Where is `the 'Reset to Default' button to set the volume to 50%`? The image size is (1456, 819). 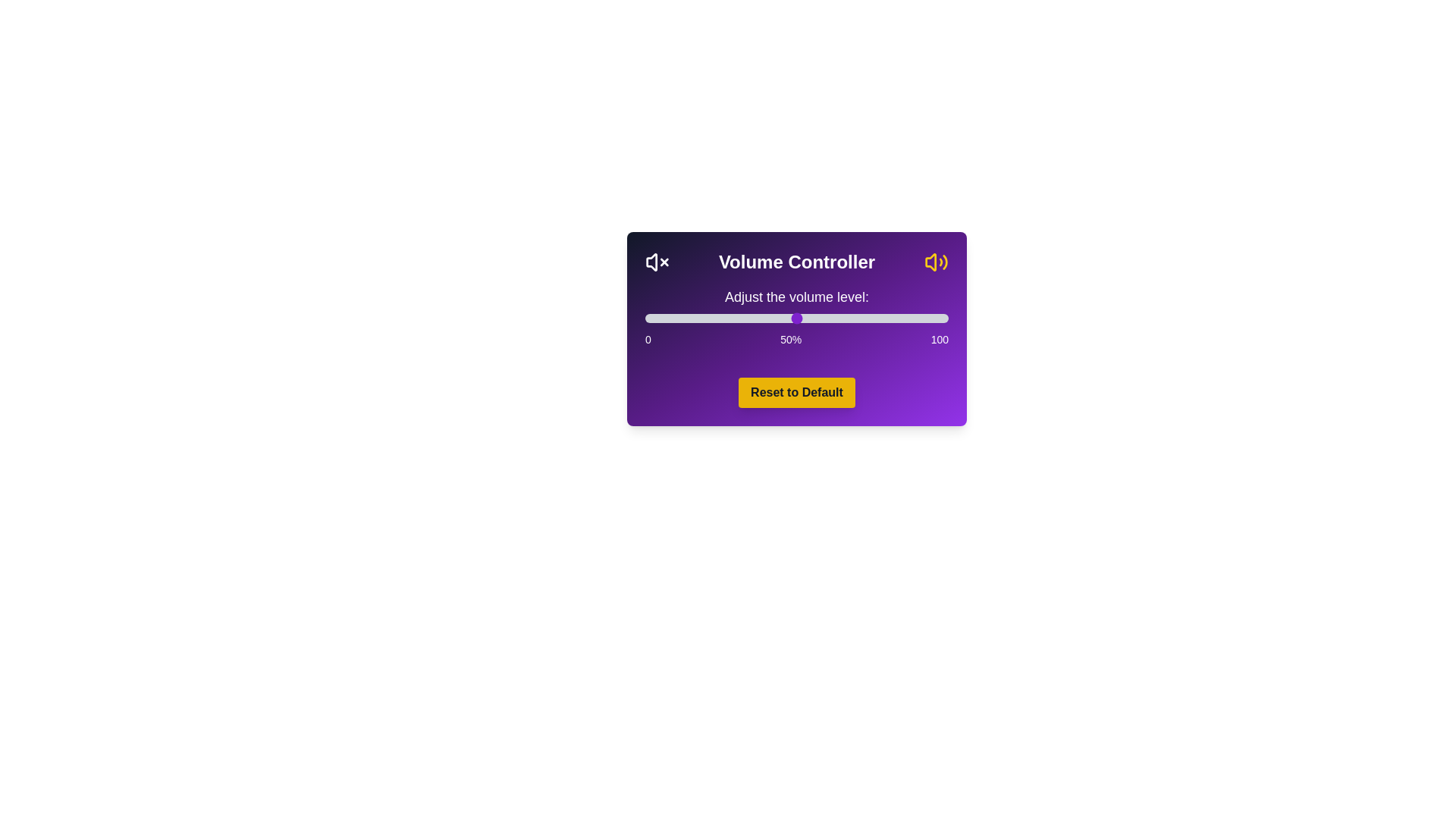 the 'Reset to Default' button to set the volume to 50% is located at coordinates (796, 391).